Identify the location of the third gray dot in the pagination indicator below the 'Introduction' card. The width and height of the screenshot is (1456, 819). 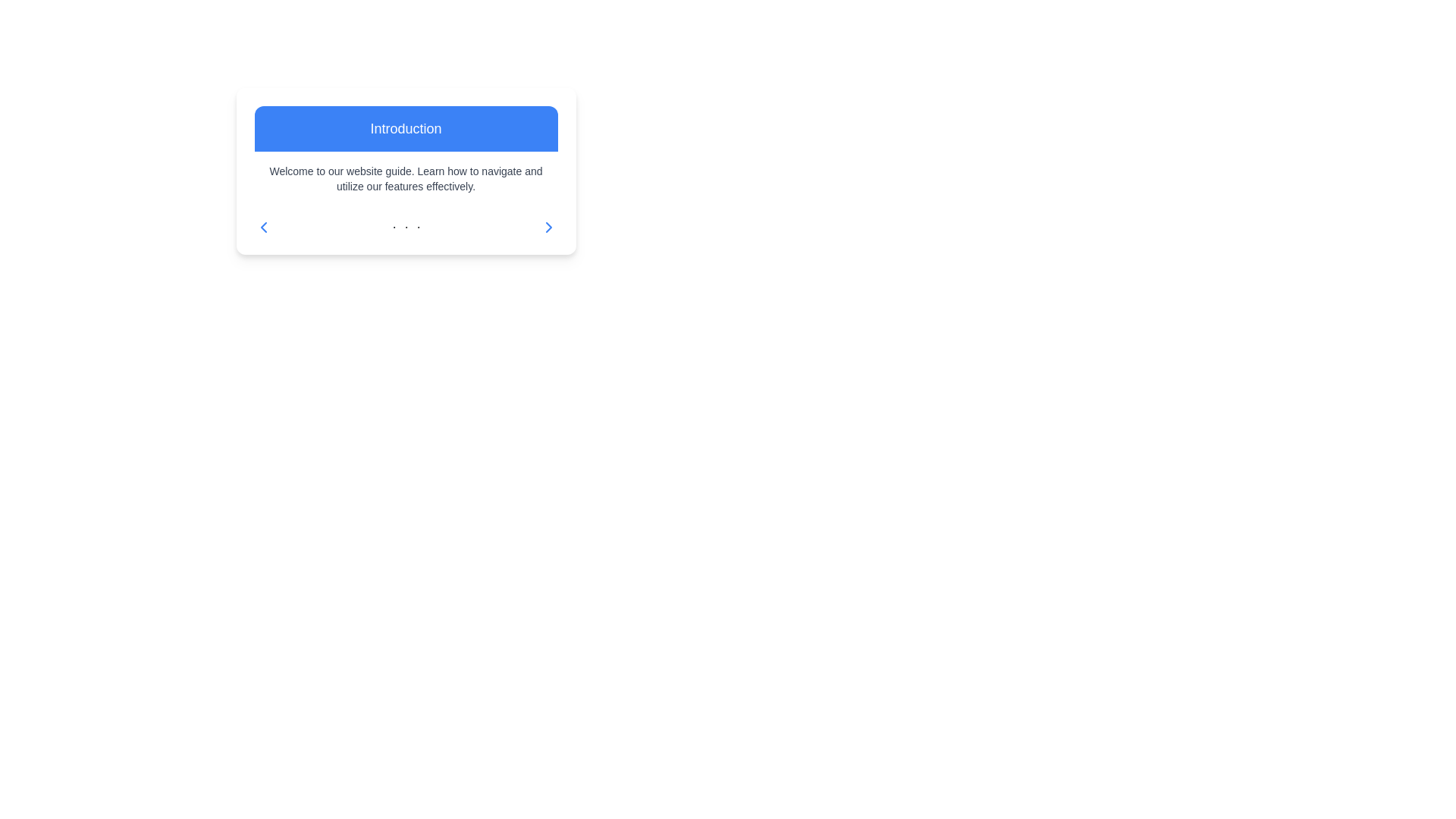
(418, 227).